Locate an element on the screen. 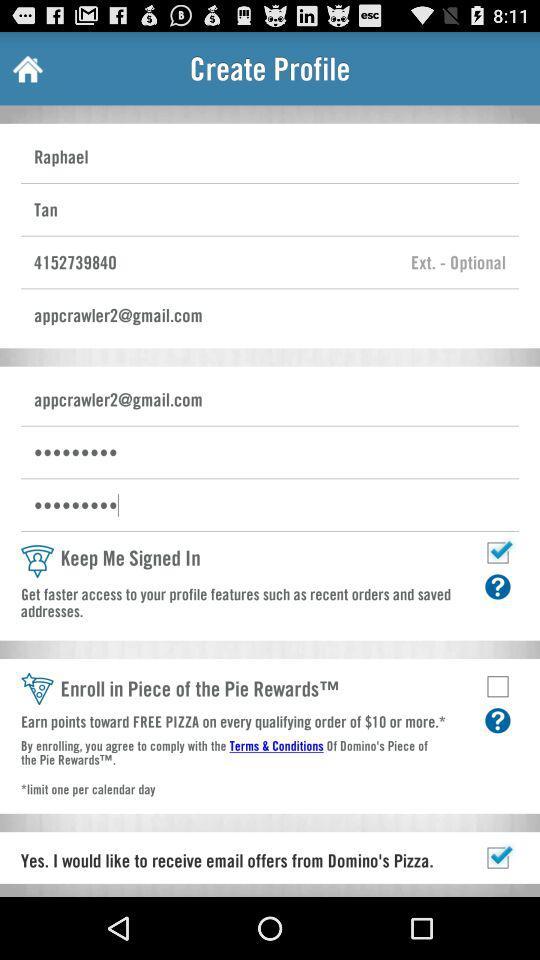 This screenshot has height=960, width=540. more info about keep me signed in function is located at coordinates (496, 586).